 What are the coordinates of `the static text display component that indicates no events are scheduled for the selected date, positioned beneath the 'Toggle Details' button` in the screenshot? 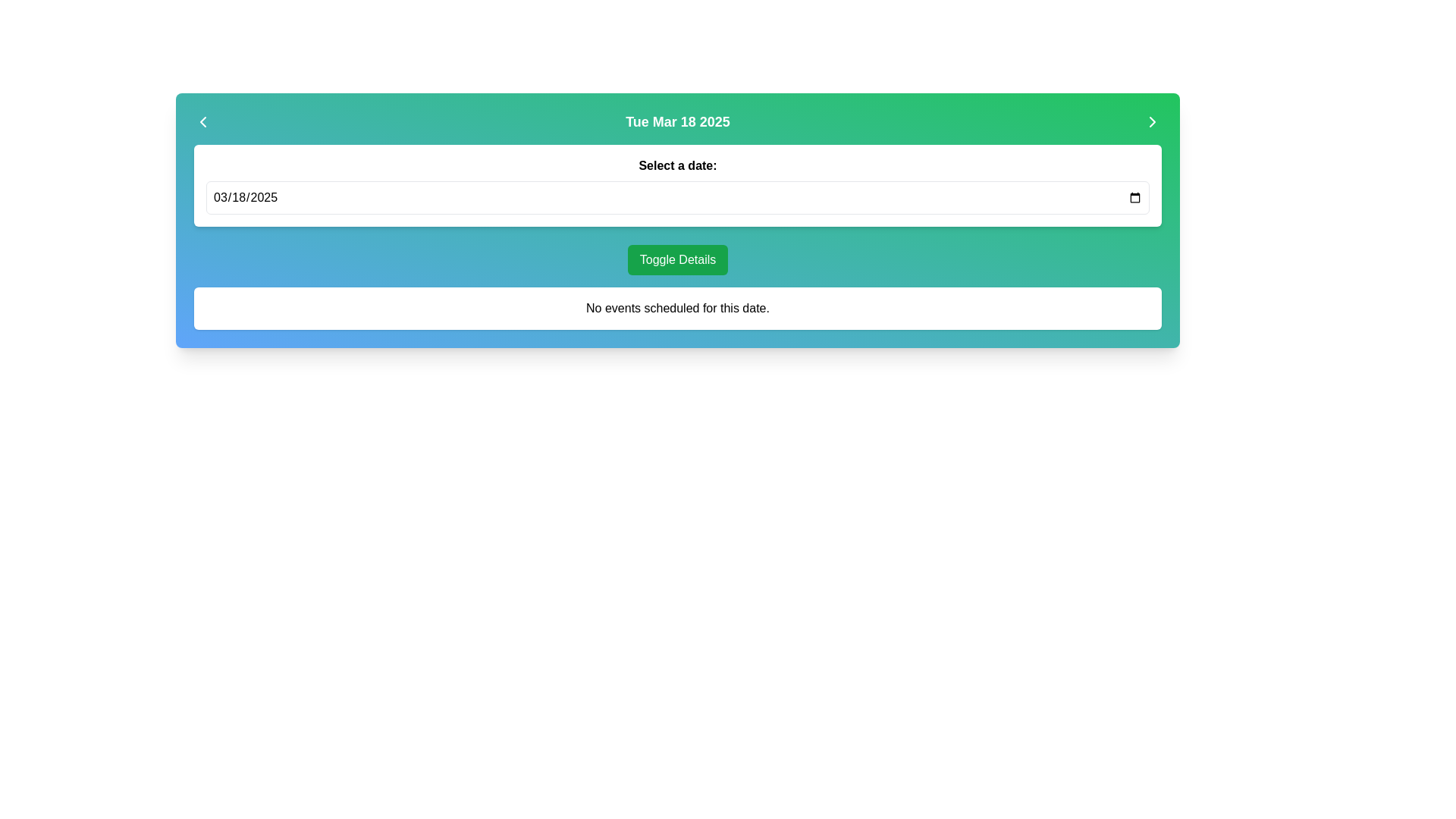 It's located at (676, 308).